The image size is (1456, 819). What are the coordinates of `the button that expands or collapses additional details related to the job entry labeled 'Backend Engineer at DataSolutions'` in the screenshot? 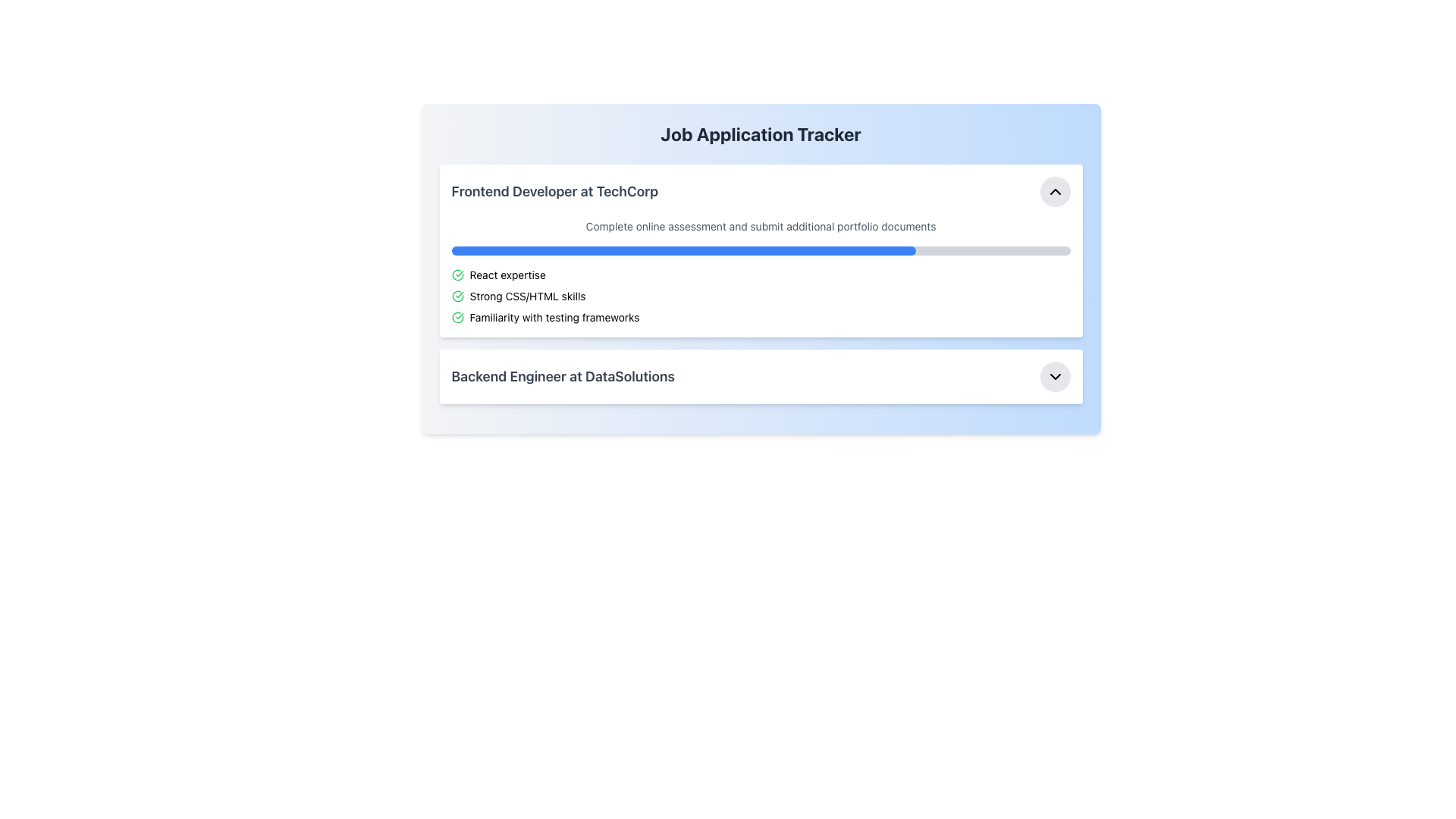 It's located at (1054, 376).